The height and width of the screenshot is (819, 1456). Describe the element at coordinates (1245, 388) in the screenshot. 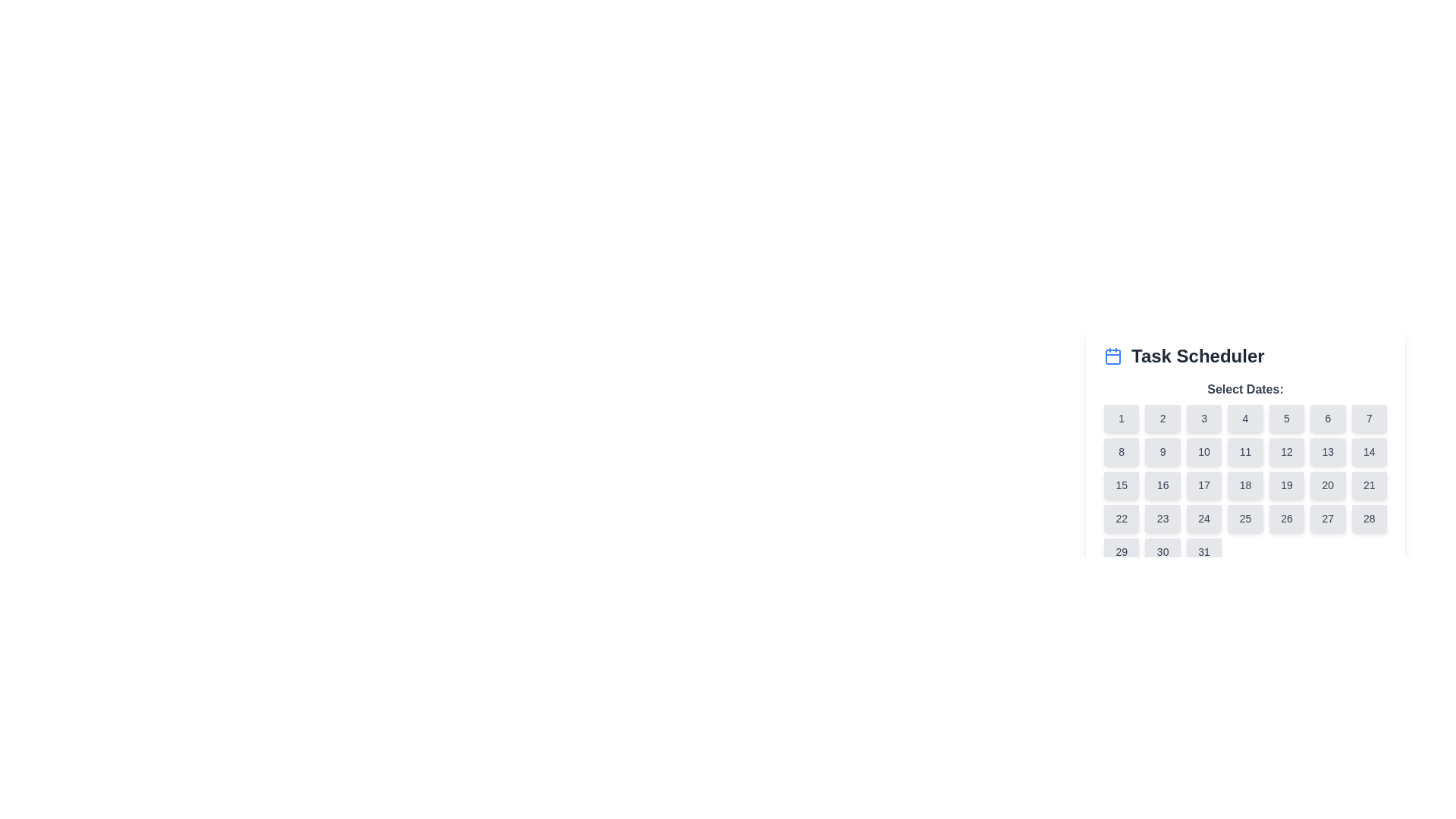

I see `the text label that informs the user about the purpose of the following date selection grid, which is centrally aligned at the top of the date picker section below the heading 'Task Scheduler'` at that location.